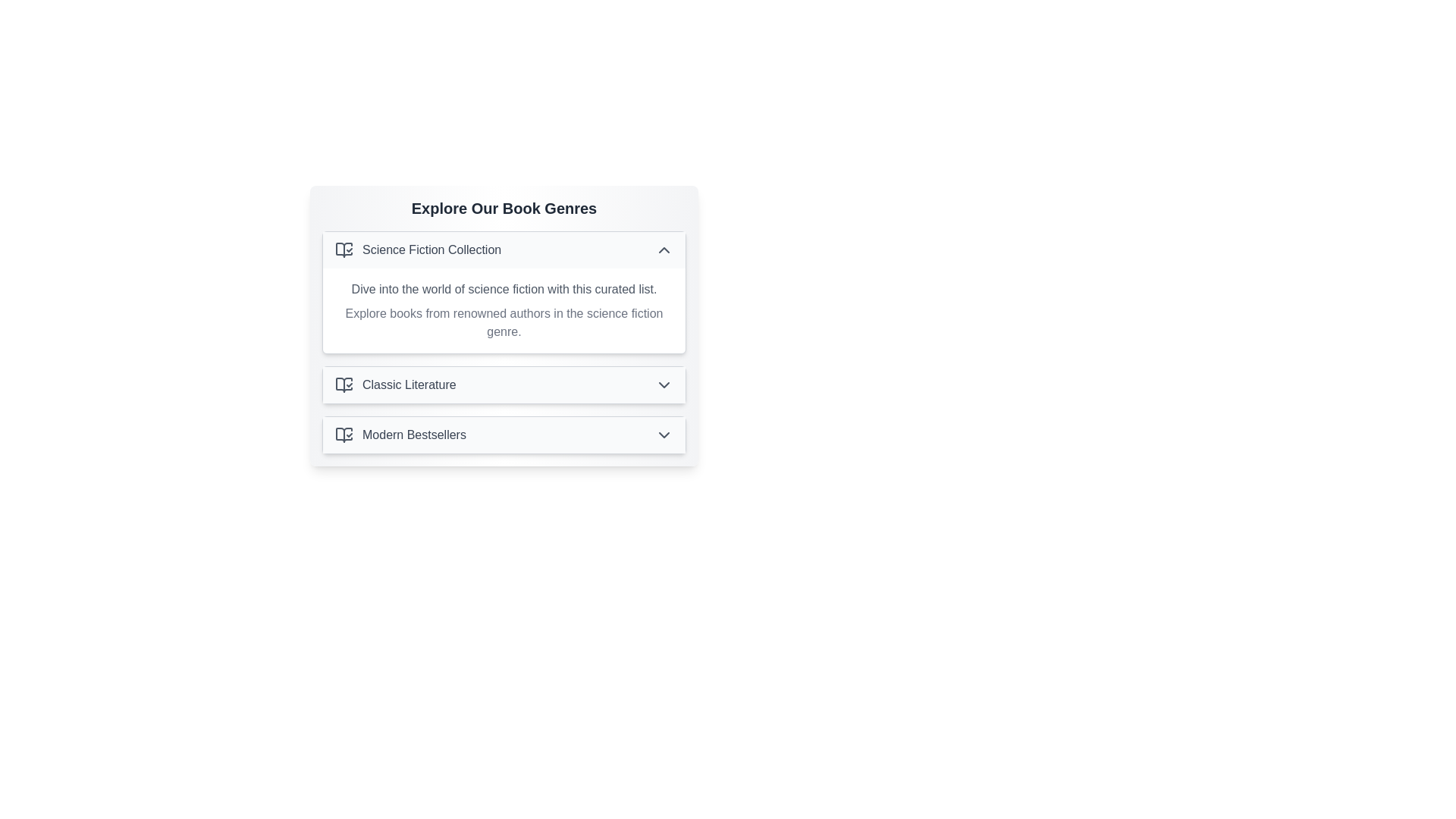 This screenshot has width=1456, height=819. What do you see at coordinates (504, 435) in the screenshot?
I see `the 'Modern Bestsellers' dropdown item` at bounding box center [504, 435].